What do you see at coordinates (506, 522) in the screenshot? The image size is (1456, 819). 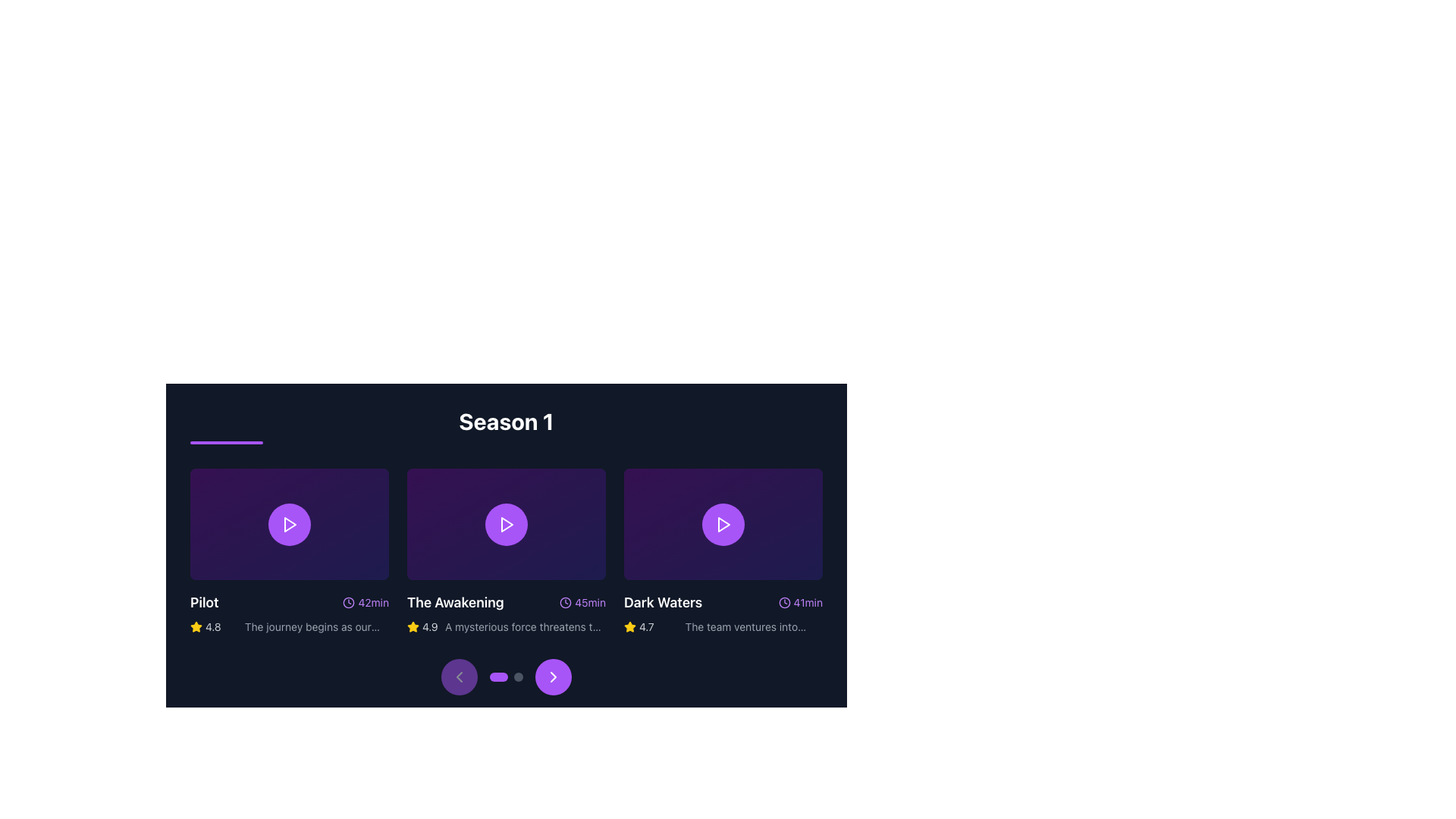 I see `the triangular play icon button within the card labeled 'The Awakening'` at bounding box center [506, 522].